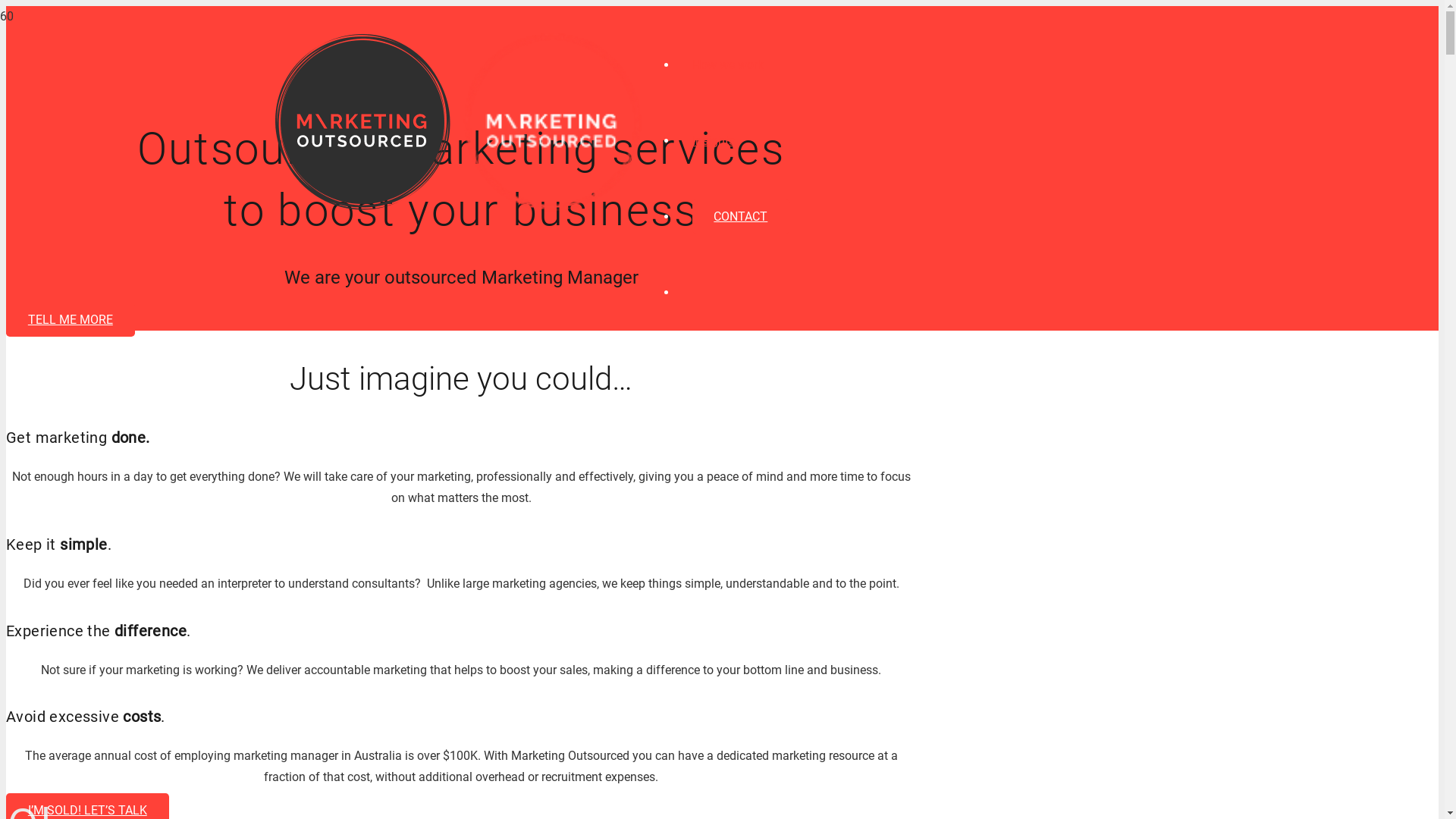 This screenshot has width=1456, height=819. What do you see at coordinates (740, 216) in the screenshot?
I see `'CONTACT'` at bounding box center [740, 216].